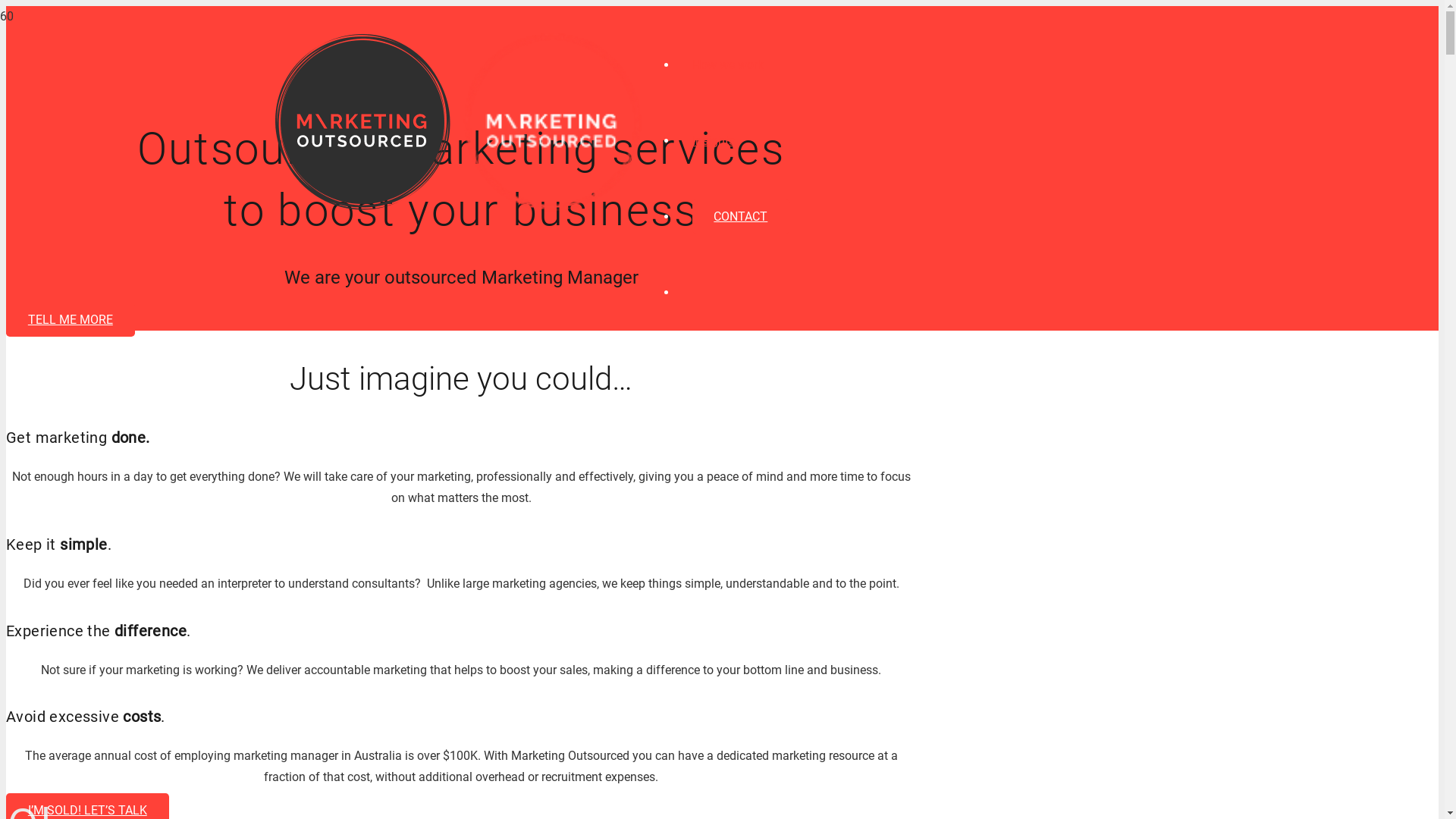 This screenshot has width=1456, height=819. What do you see at coordinates (740, 216) in the screenshot?
I see `'CONTACT'` at bounding box center [740, 216].